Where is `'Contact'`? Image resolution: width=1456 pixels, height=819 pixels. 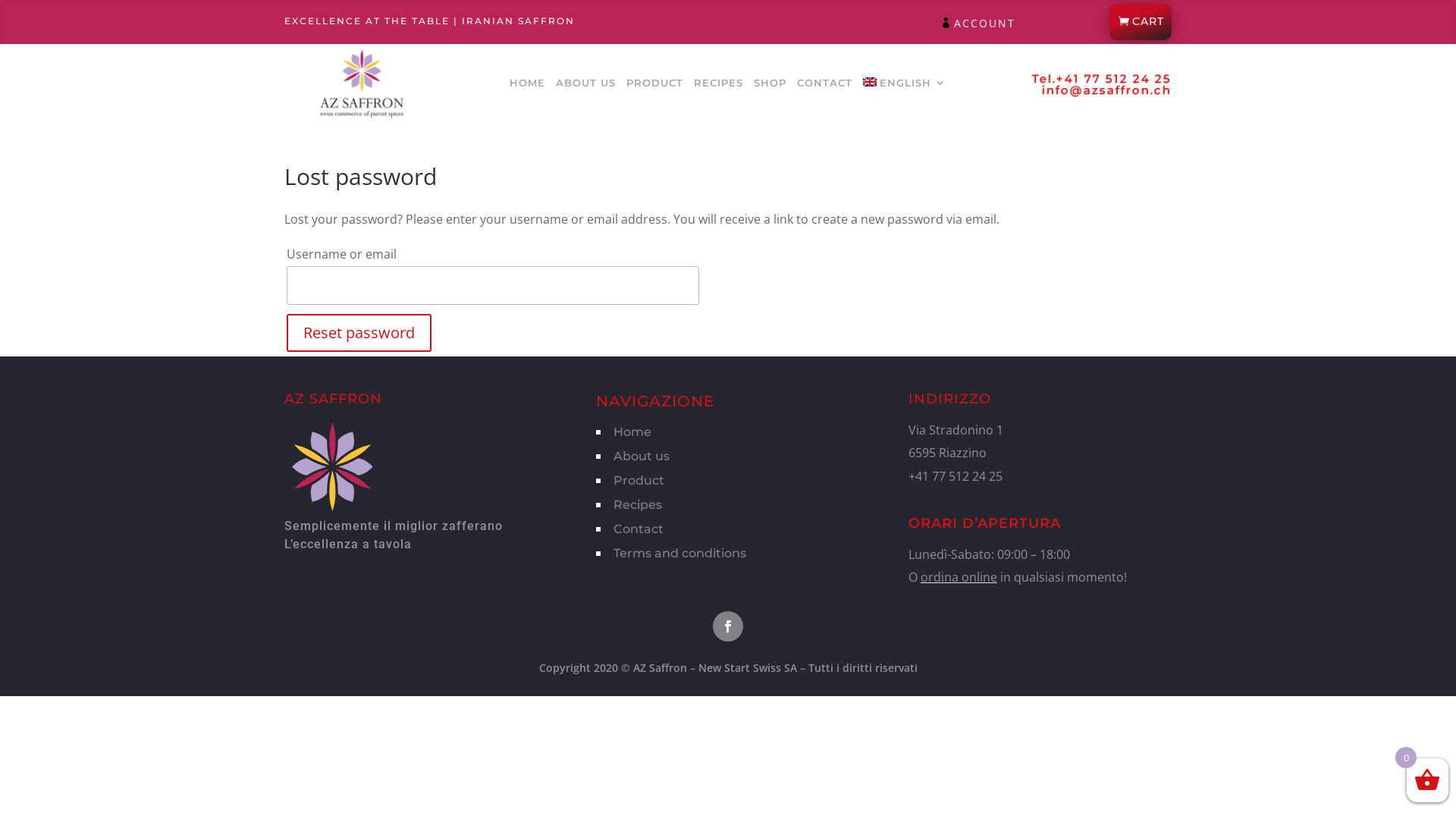 'Contact' is located at coordinates (638, 528).